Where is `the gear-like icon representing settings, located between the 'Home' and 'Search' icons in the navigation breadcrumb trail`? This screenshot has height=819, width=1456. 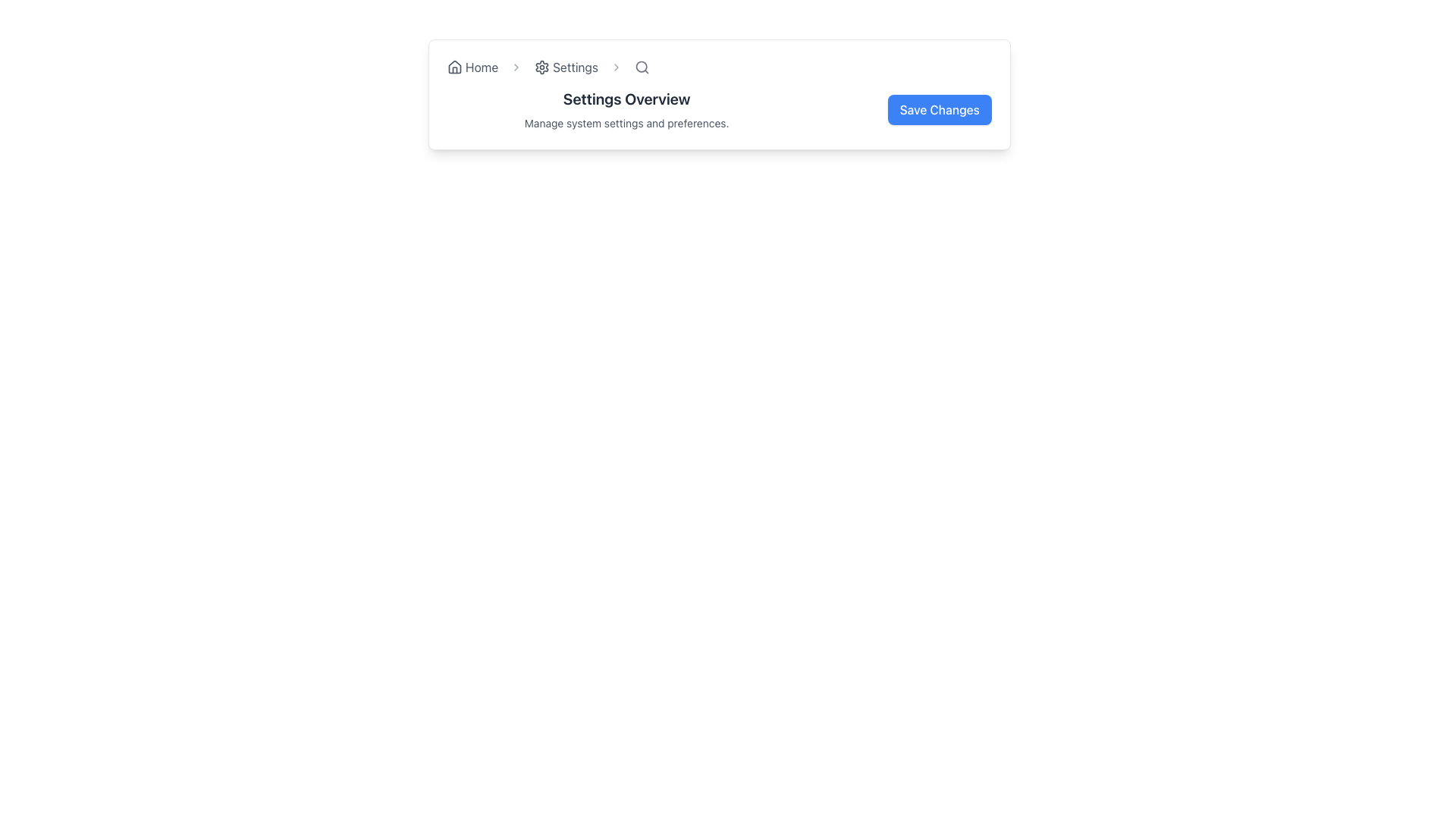
the gear-like icon representing settings, located between the 'Home' and 'Search' icons in the navigation breadcrumb trail is located at coordinates (542, 66).